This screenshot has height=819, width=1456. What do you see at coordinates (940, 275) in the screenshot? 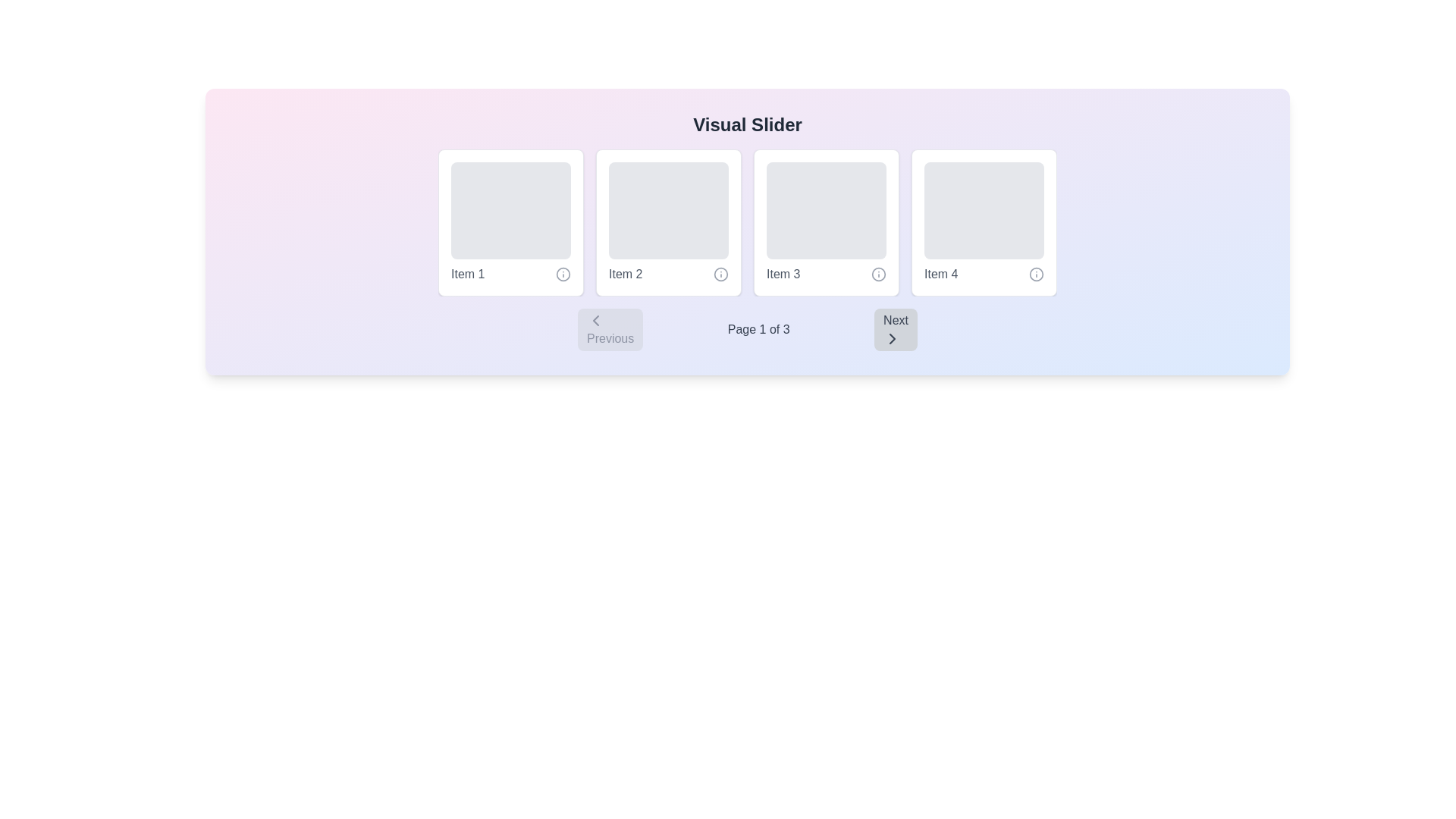
I see `the text label displaying 'Item 4' which is styled in gray and positioned beneath the last box in a row of four boxes` at bounding box center [940, 275].